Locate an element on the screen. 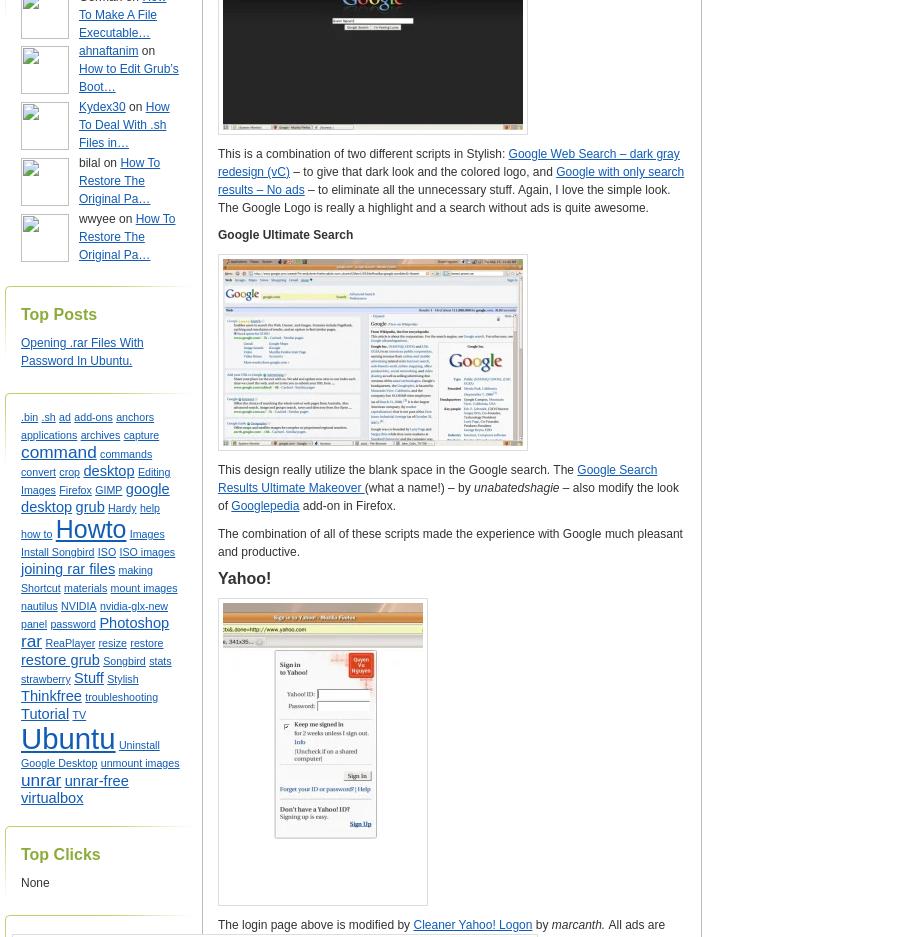 The image size is (904, 937). 'panel' is located at coordinates (32, 624).